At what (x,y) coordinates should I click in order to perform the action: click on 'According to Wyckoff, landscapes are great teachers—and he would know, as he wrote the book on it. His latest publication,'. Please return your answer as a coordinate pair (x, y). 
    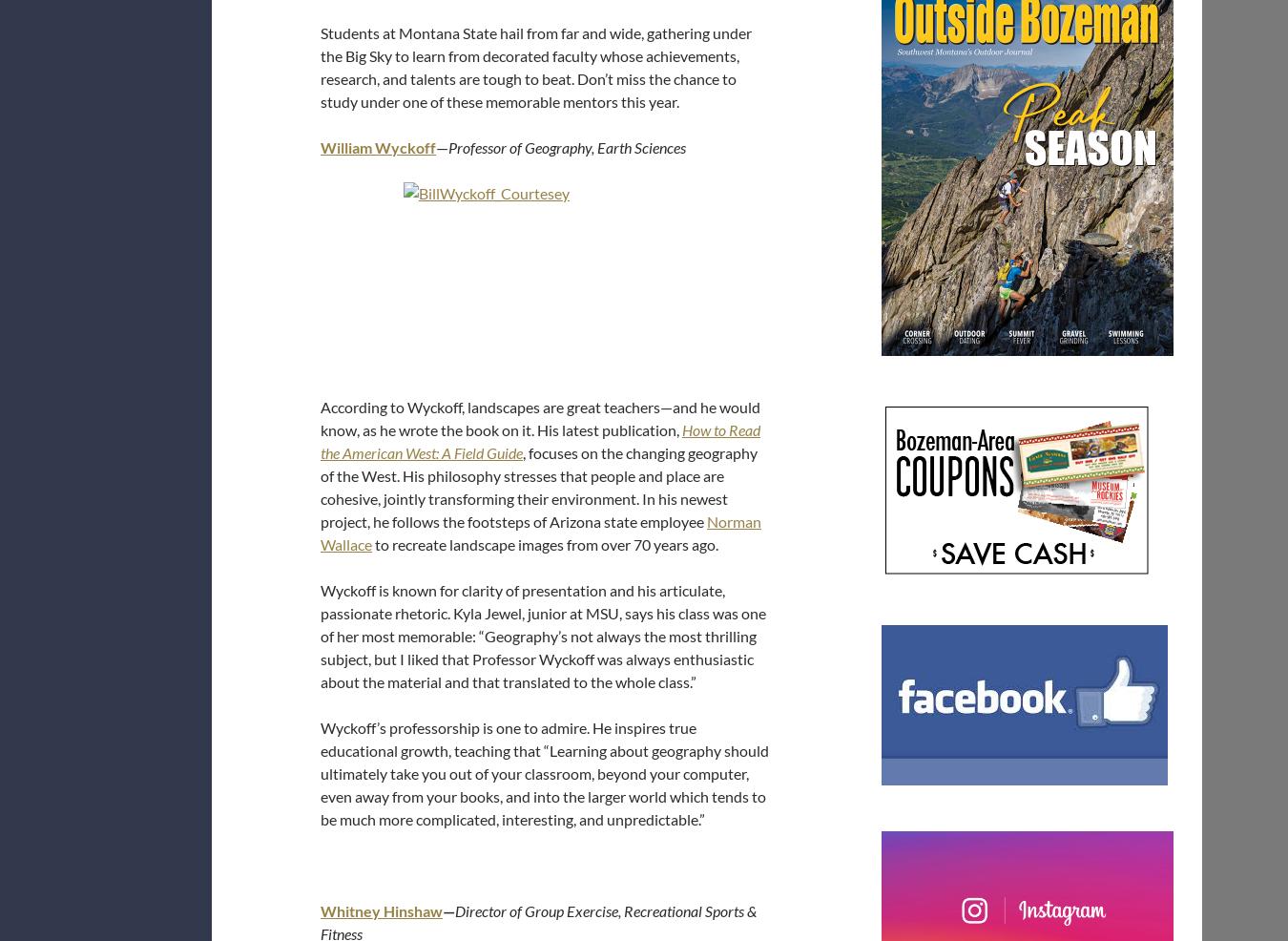
    Looking at the image, I should click on (540, 418).